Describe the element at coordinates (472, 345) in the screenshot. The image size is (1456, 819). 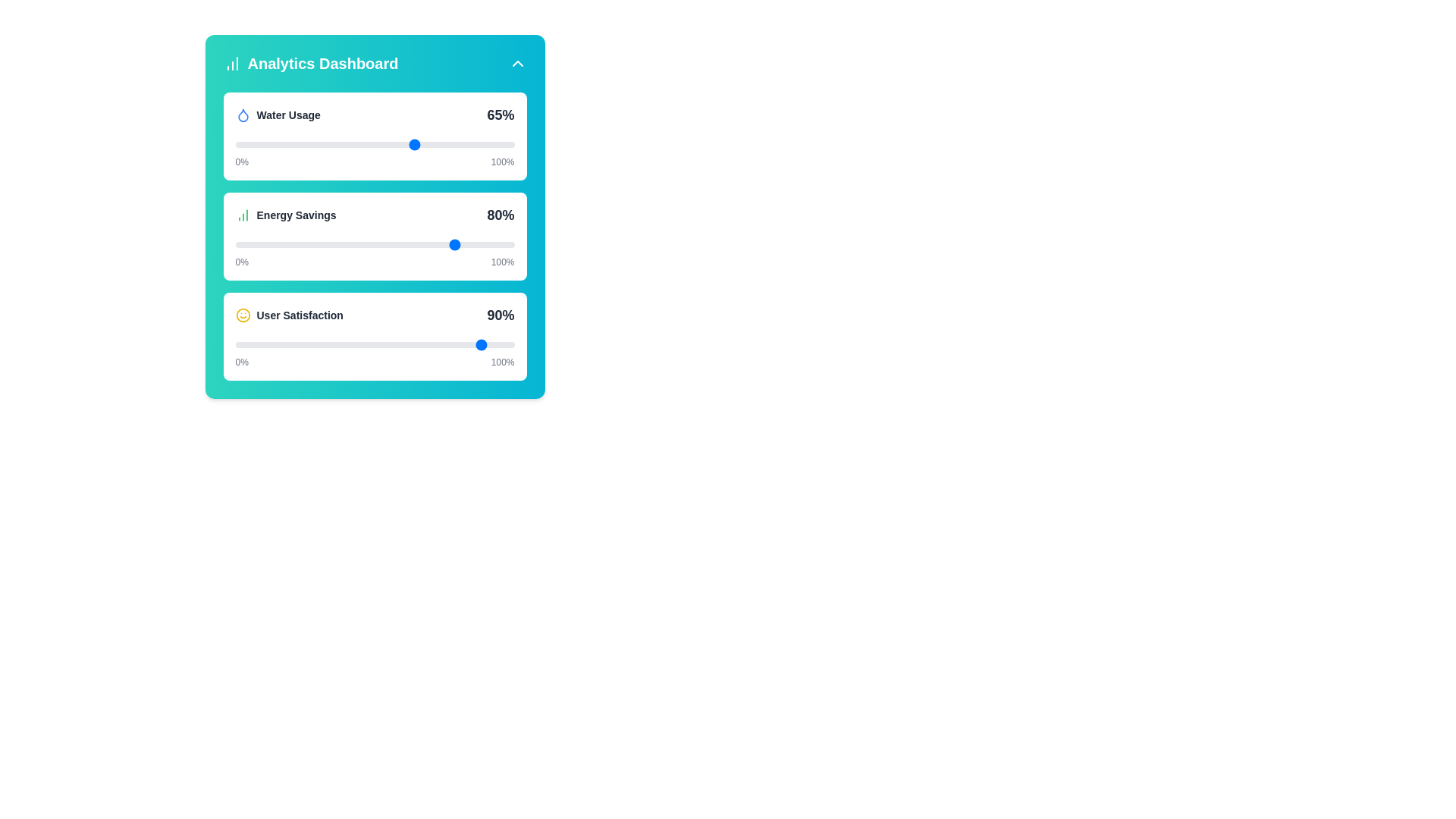
I see `User Satisfaction` at that location.